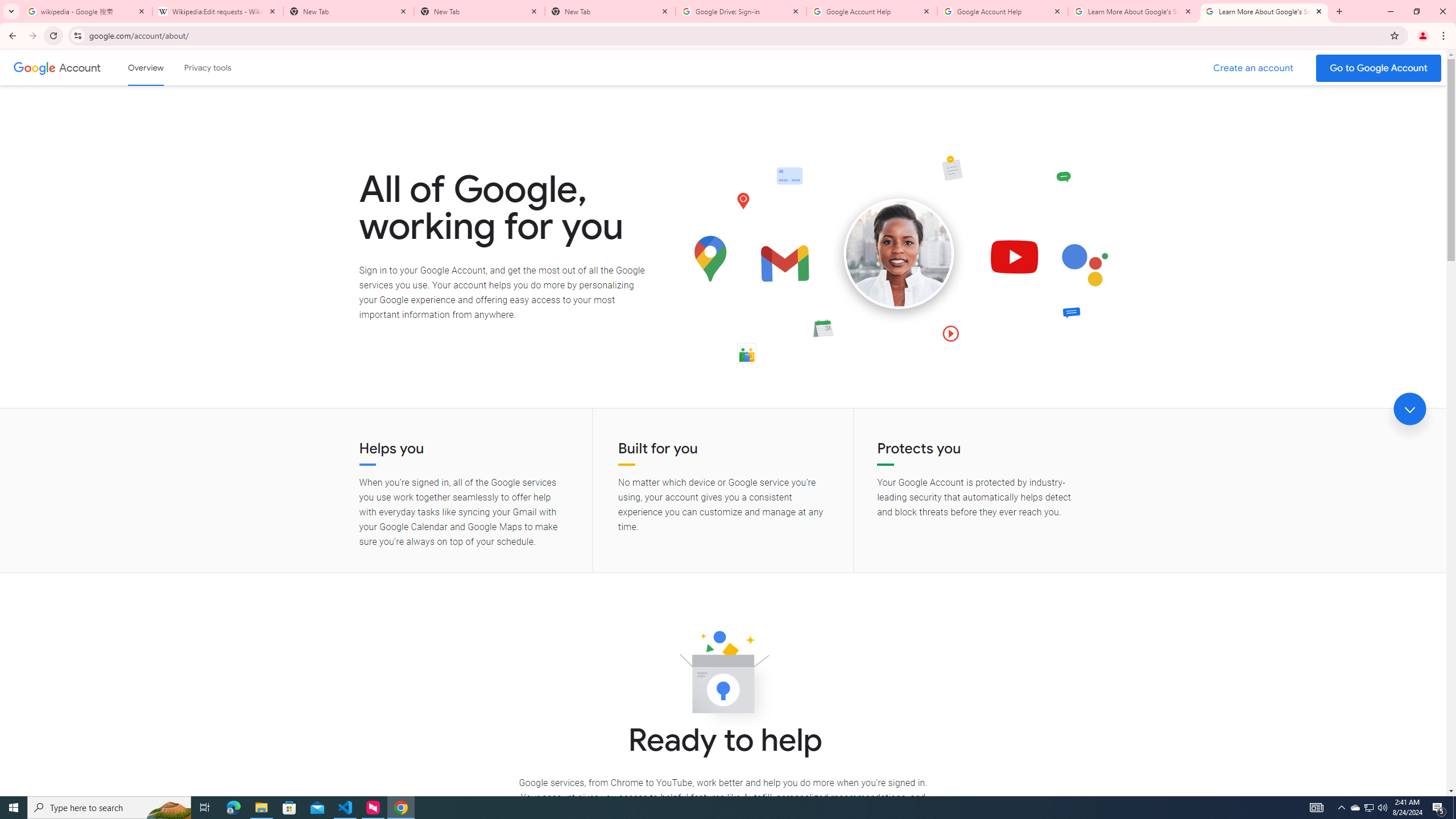  What do you see at coordinates (81, 67) in the screenshot?
I see `'Google Account'` at bounding box center [81, 67].